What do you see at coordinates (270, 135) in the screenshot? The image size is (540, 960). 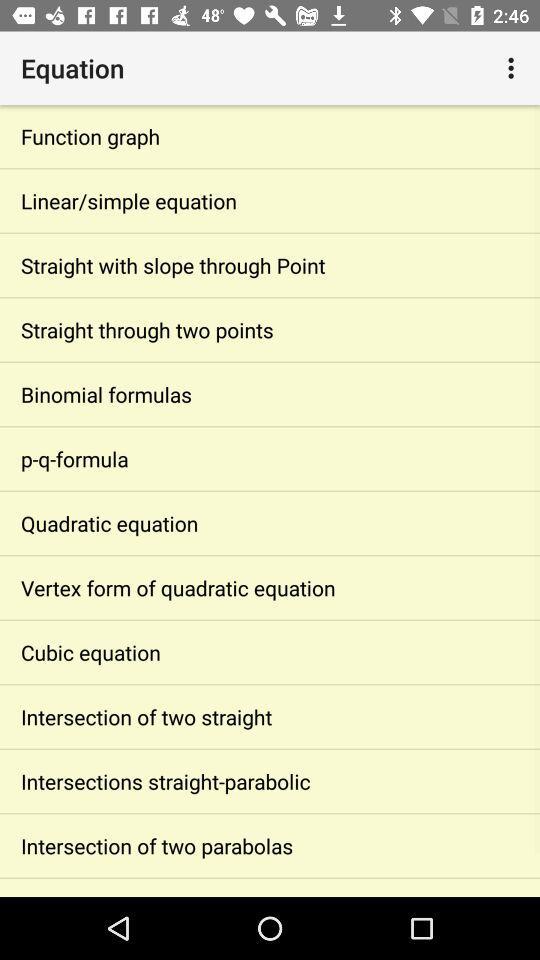 I see `function graph item` at bounding box center [270, 135].